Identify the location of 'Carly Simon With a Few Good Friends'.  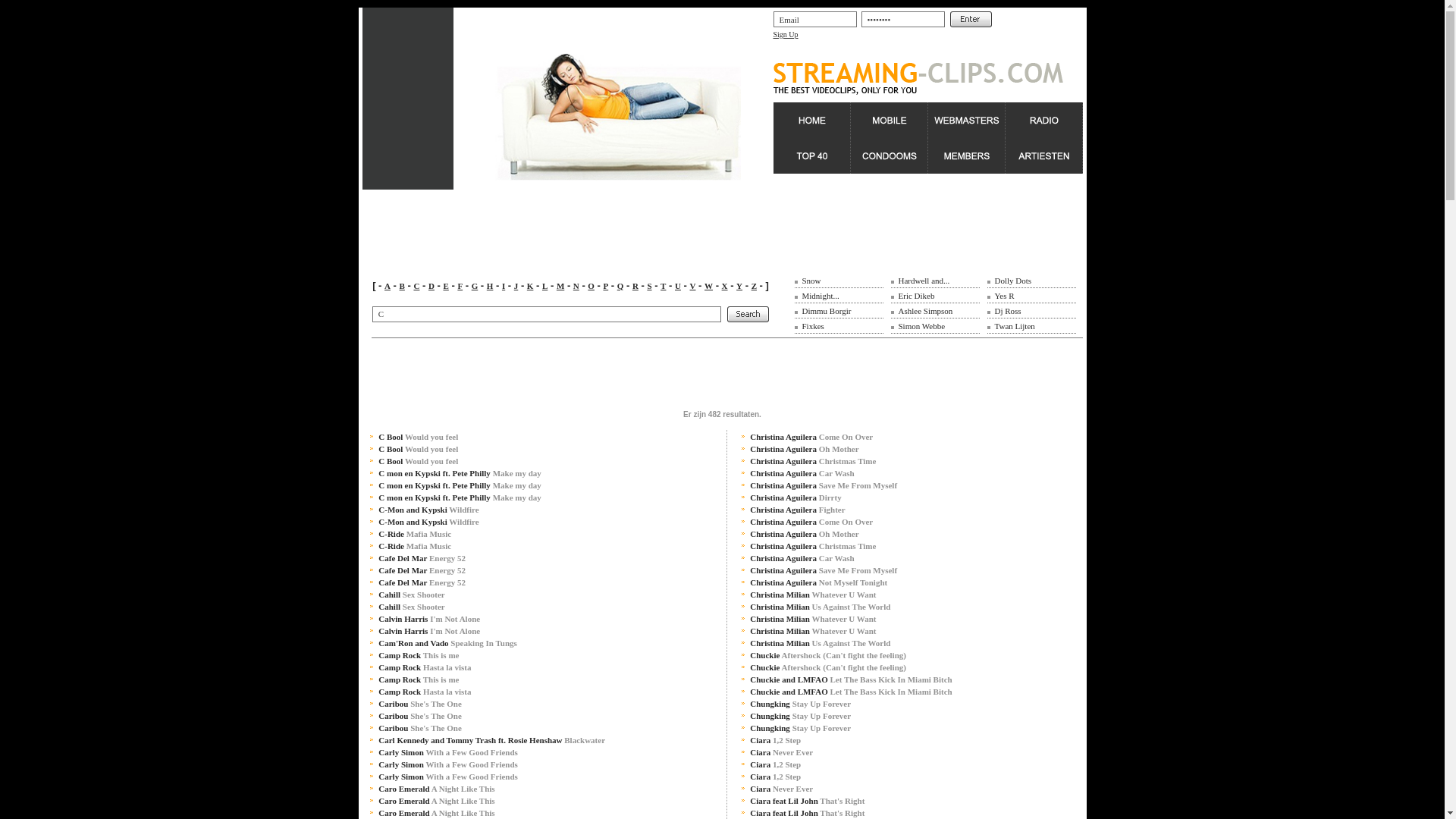
(447, 752).